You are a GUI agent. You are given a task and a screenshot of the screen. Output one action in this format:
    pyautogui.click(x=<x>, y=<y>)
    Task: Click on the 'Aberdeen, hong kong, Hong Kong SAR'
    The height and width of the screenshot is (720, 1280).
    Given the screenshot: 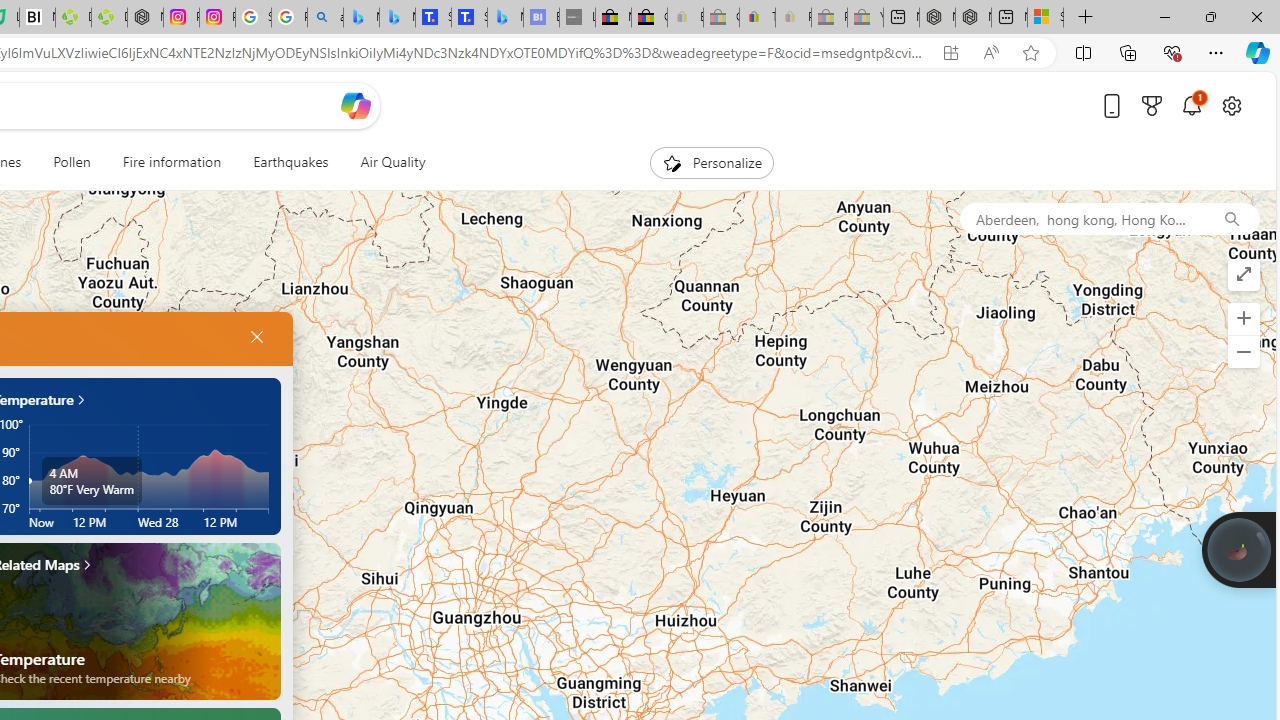 What is the action you would take?
    pyautogui.click(x=1080, y=218)
    